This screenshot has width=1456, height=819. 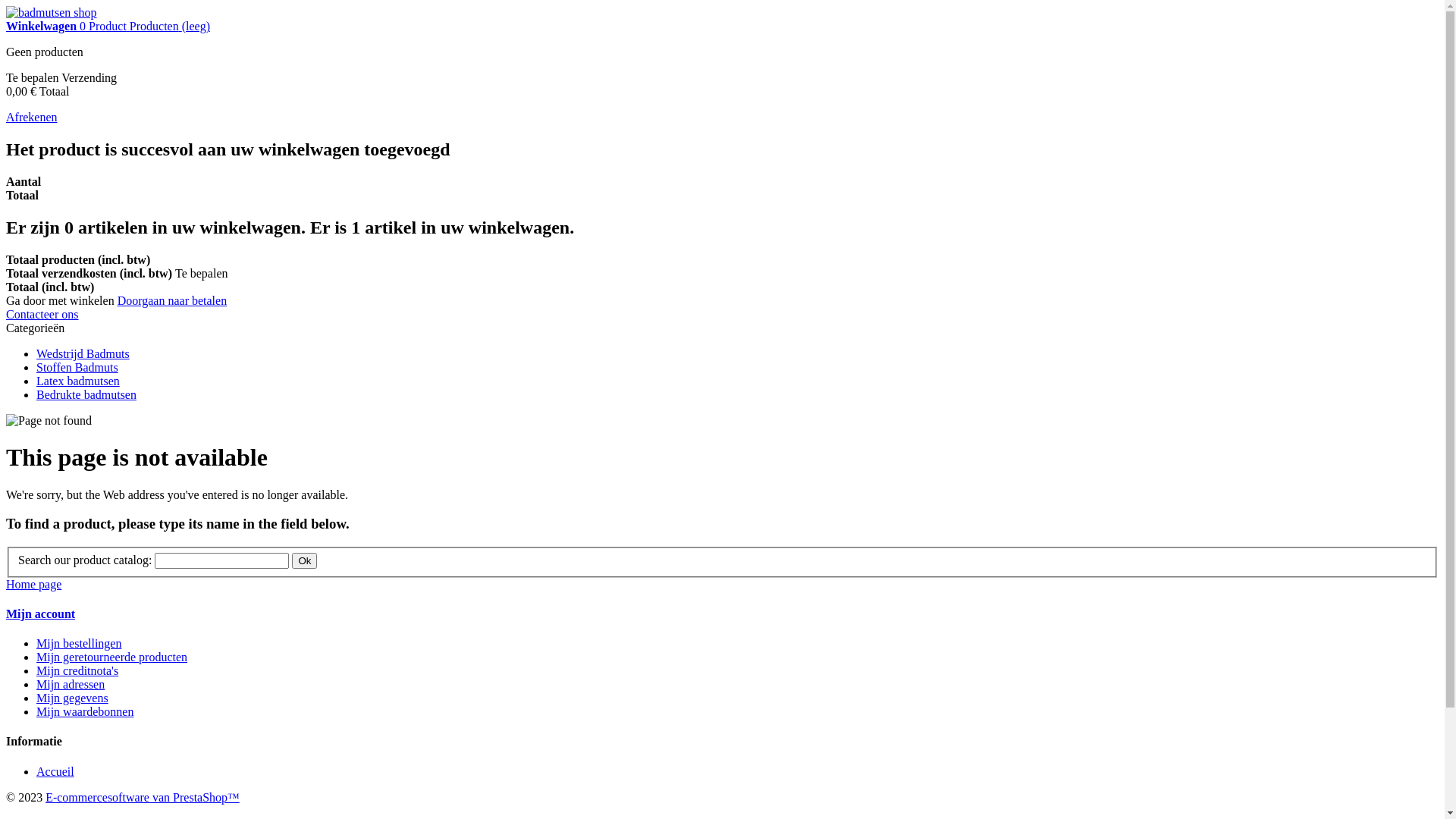 What do you see at coordinates (6, 613) in the screenshot?
I see `'Mijn account'` at bounding box center [6, 613].